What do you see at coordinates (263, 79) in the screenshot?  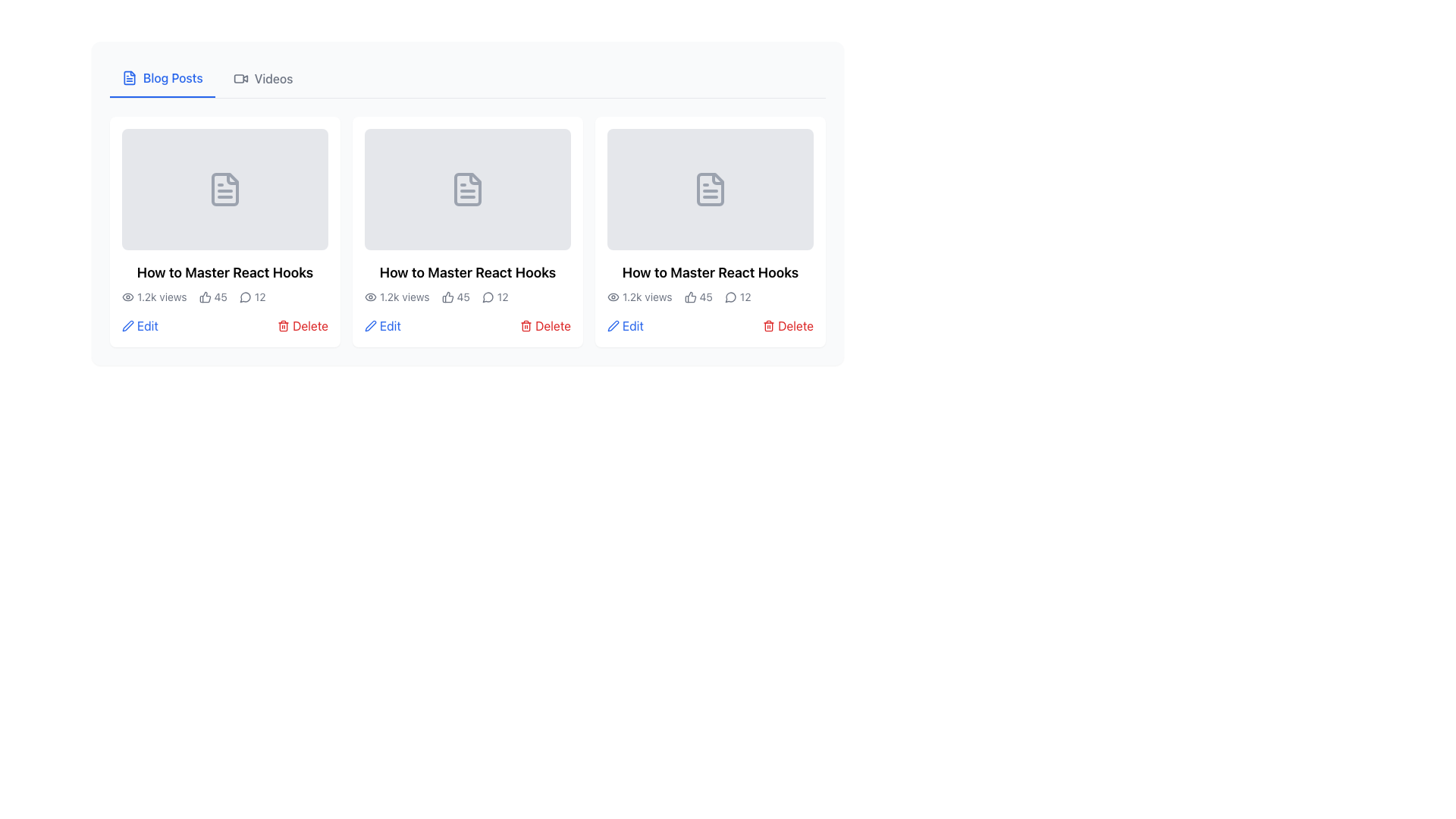 I see `the 'Videos' tab element` at bounding box center [263, 79].